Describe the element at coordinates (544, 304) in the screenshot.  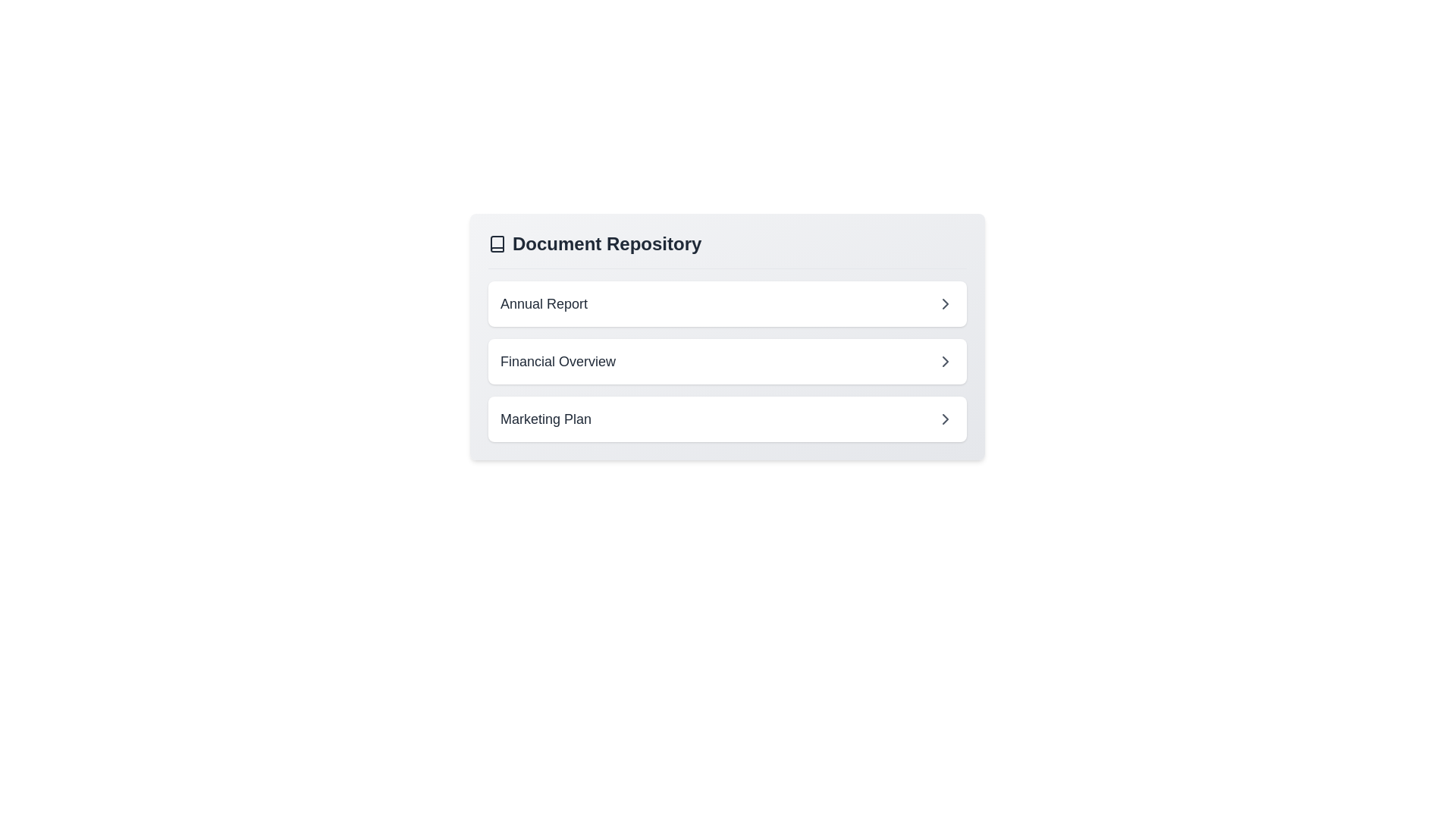
I see `the text label displaying 'Annual Report' in the 'Document Repository' section, which is styled in a bold font with dark gray color` at that location.